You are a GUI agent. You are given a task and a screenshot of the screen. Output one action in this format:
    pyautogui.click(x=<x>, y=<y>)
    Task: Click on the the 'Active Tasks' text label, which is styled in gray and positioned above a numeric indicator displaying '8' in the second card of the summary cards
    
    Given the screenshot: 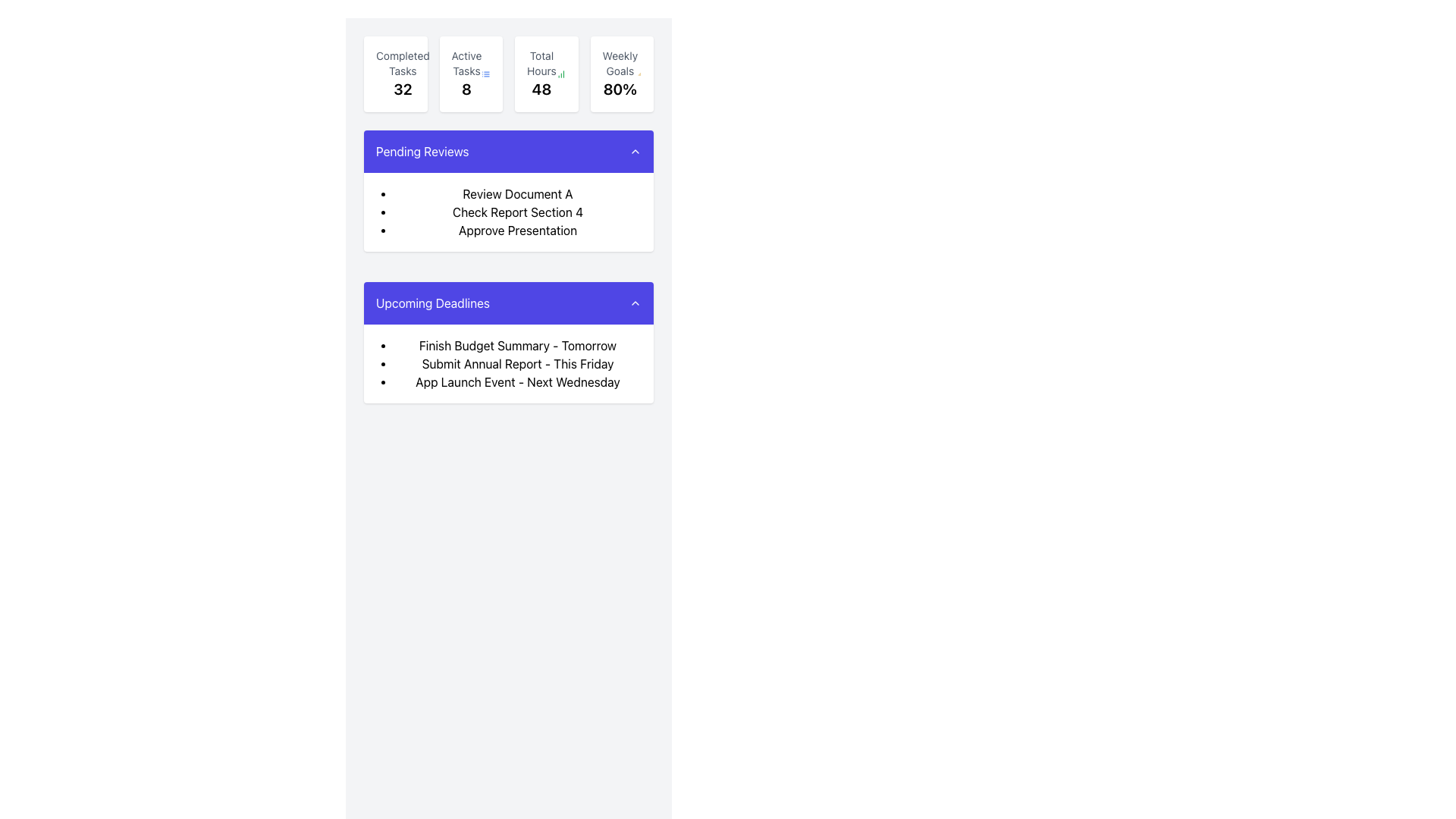 What is the action you would take?
    pyautogui.click(x=466, y=63)
    